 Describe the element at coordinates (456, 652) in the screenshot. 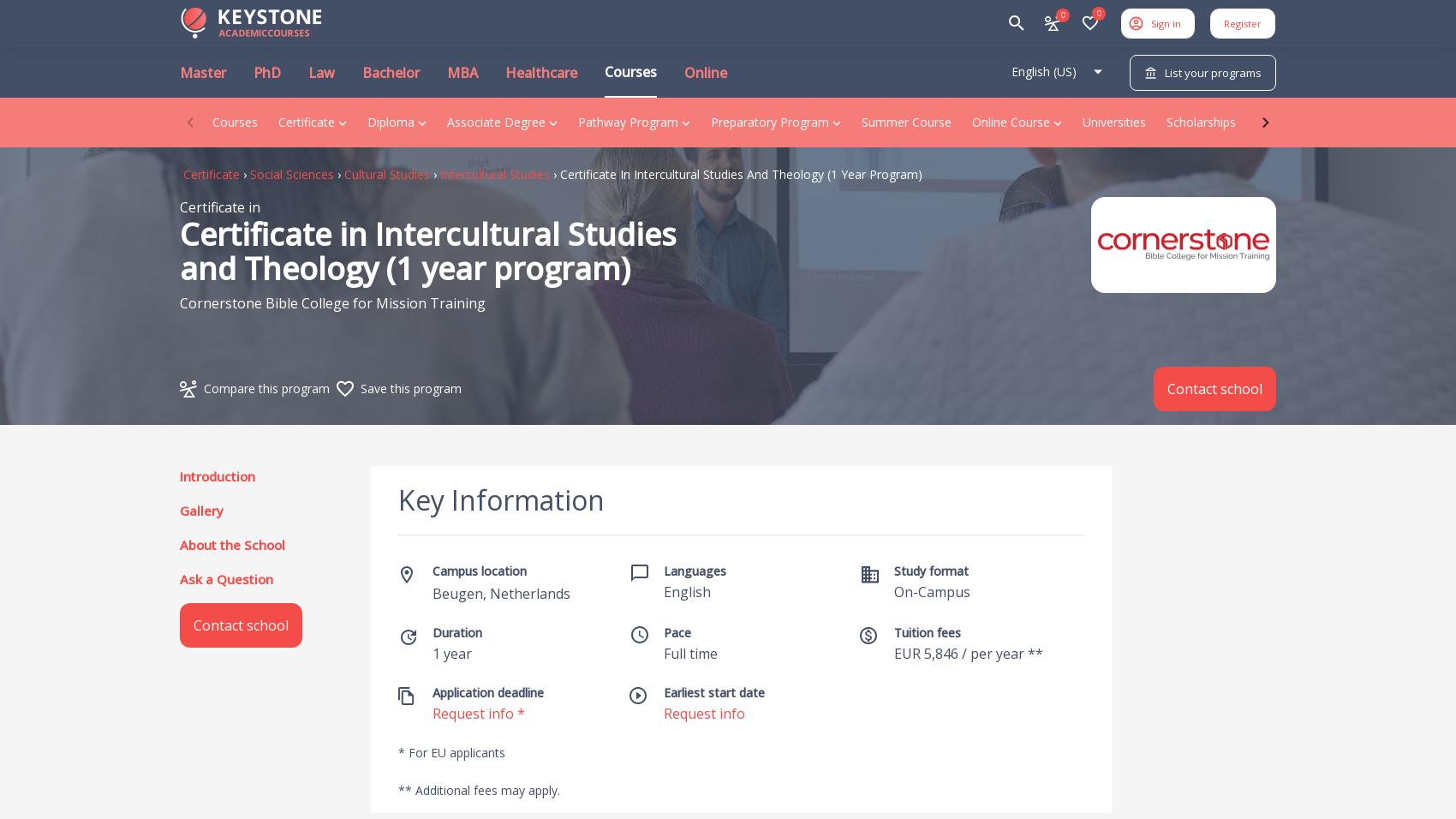

I see `'year'` at that location.